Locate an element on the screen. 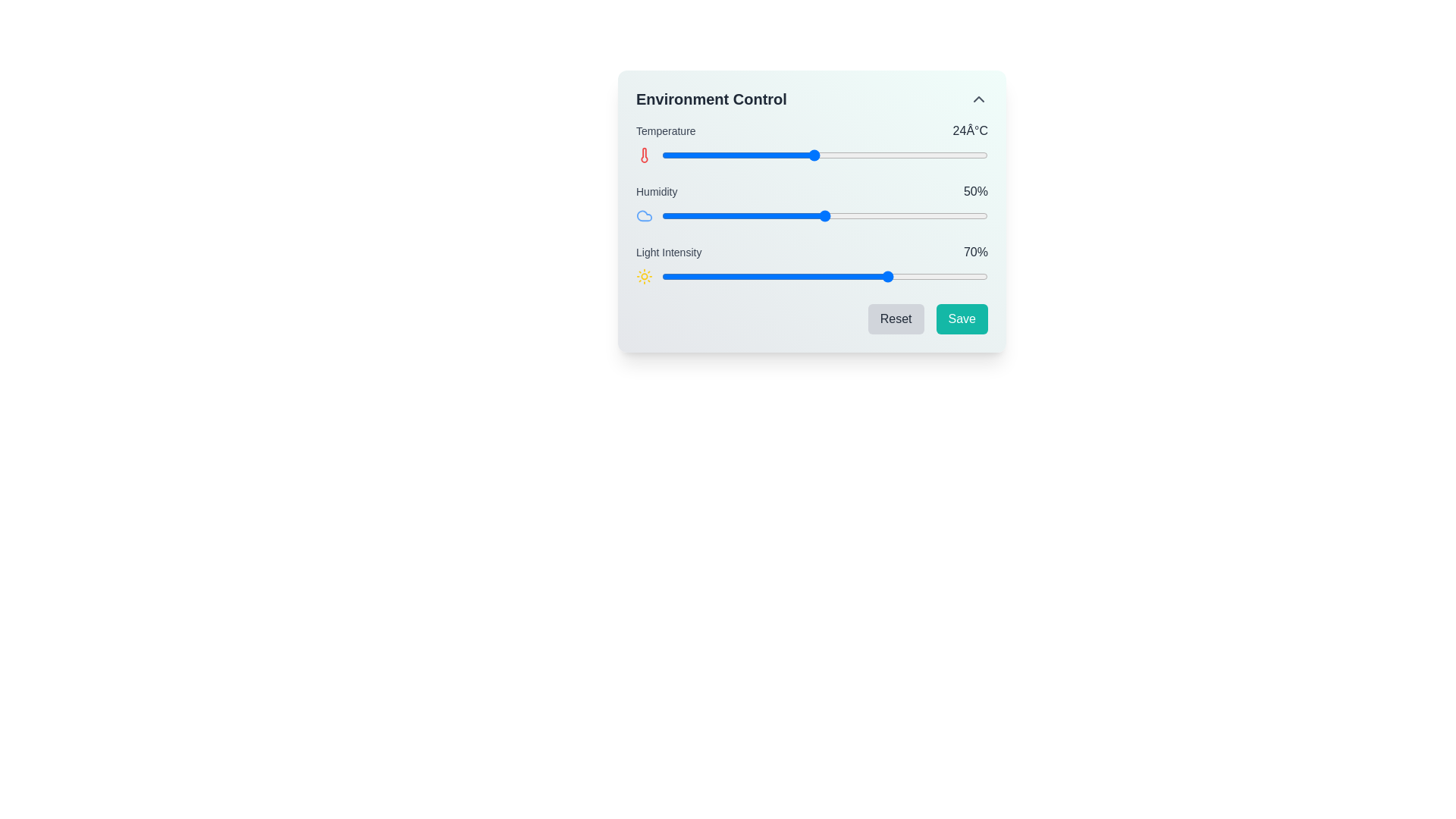 This screenshot has width=1456, height=819. the text label displaying 'Environment Control', which is positioned at the top-left corner of its panel and serves as a prominent title or heading is located at coordinates (711, 99).